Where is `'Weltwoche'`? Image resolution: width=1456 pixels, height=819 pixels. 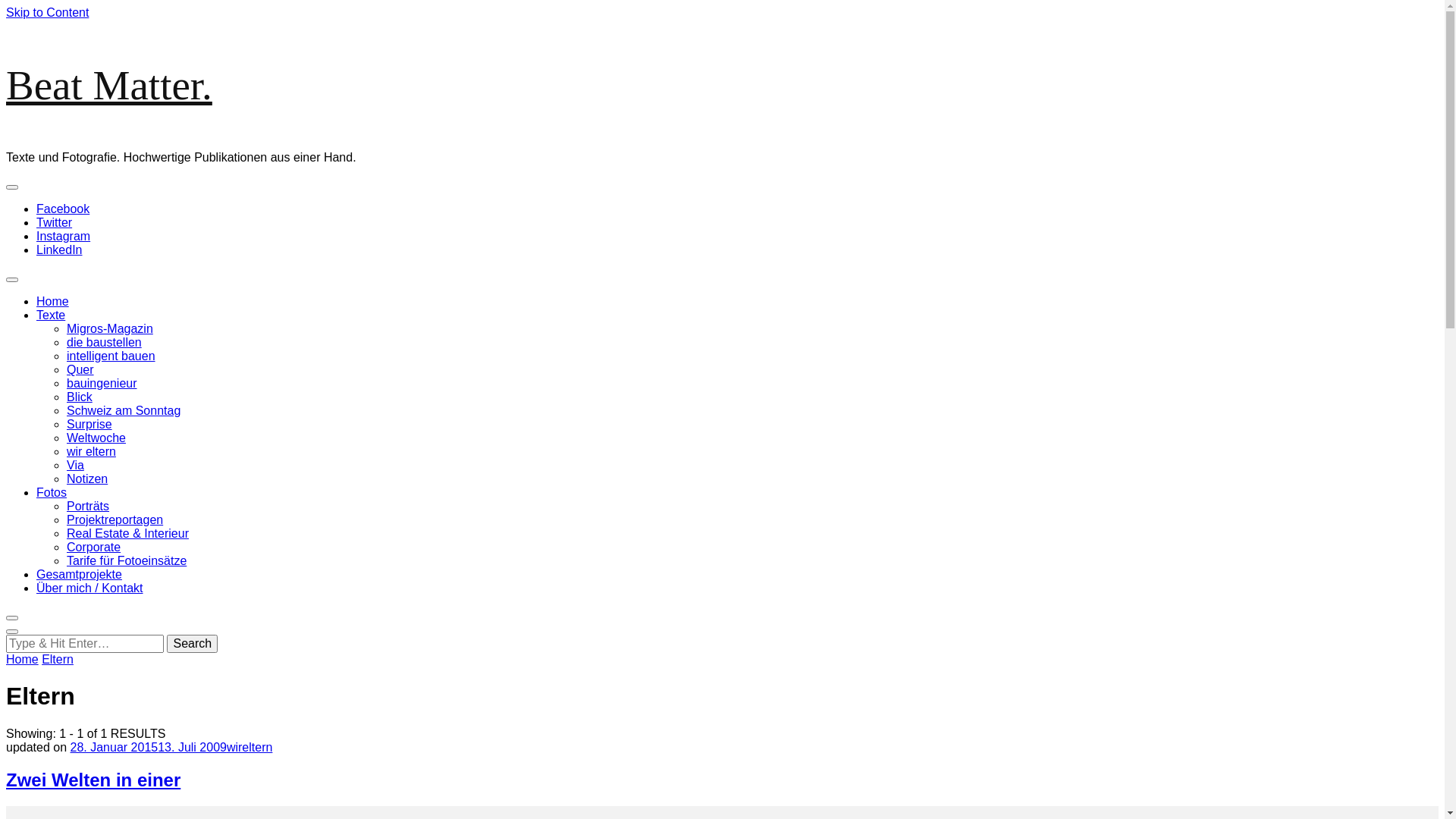
'Weltwoche' is located at coordinates (95, 438).